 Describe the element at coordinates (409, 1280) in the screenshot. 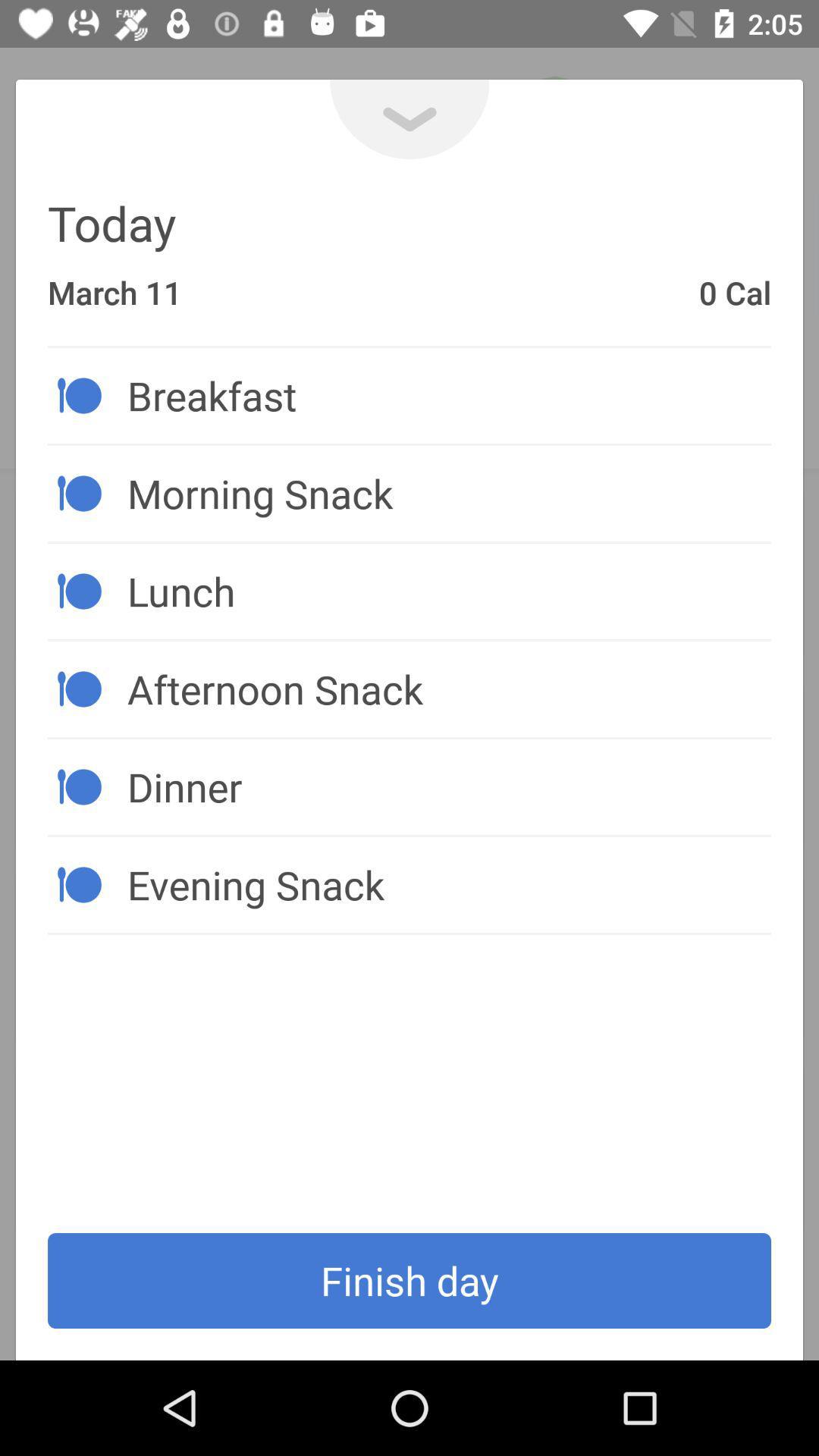

I see `finish day icon` at that location.